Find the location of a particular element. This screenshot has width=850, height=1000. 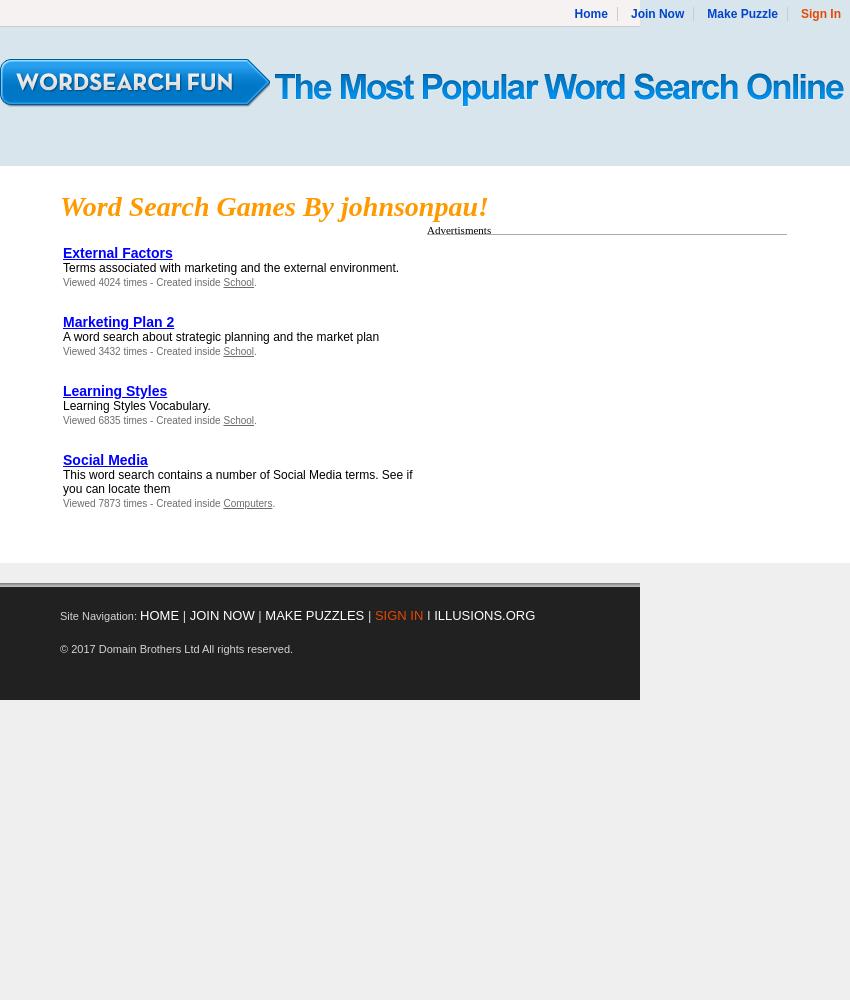

'Terms associated with marketing and the external environment.' is located at coordinates (231, 268).